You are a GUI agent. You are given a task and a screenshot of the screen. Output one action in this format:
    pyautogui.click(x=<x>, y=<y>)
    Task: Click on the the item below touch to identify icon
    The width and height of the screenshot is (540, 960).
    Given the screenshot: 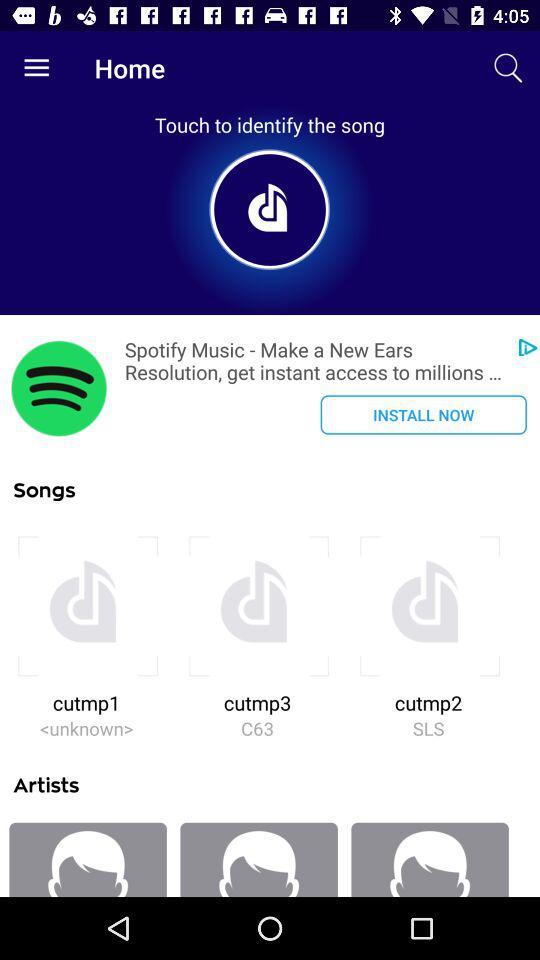 What is the action you would take?
    pyautogui.click(x=59, y=387)
    